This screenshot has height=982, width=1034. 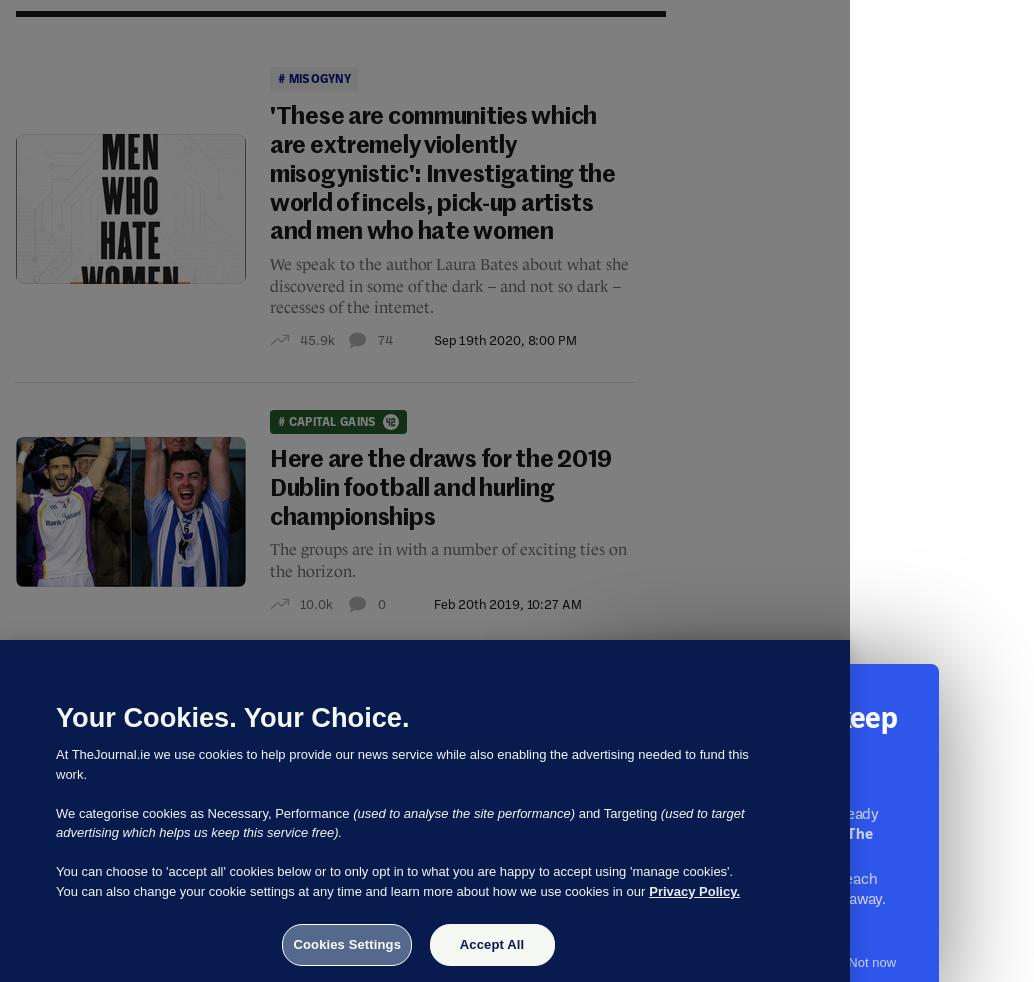 I want to click on 'For the price of one cup of coffee each week you can help keep paywalls away.', so click(x=755, y=887).